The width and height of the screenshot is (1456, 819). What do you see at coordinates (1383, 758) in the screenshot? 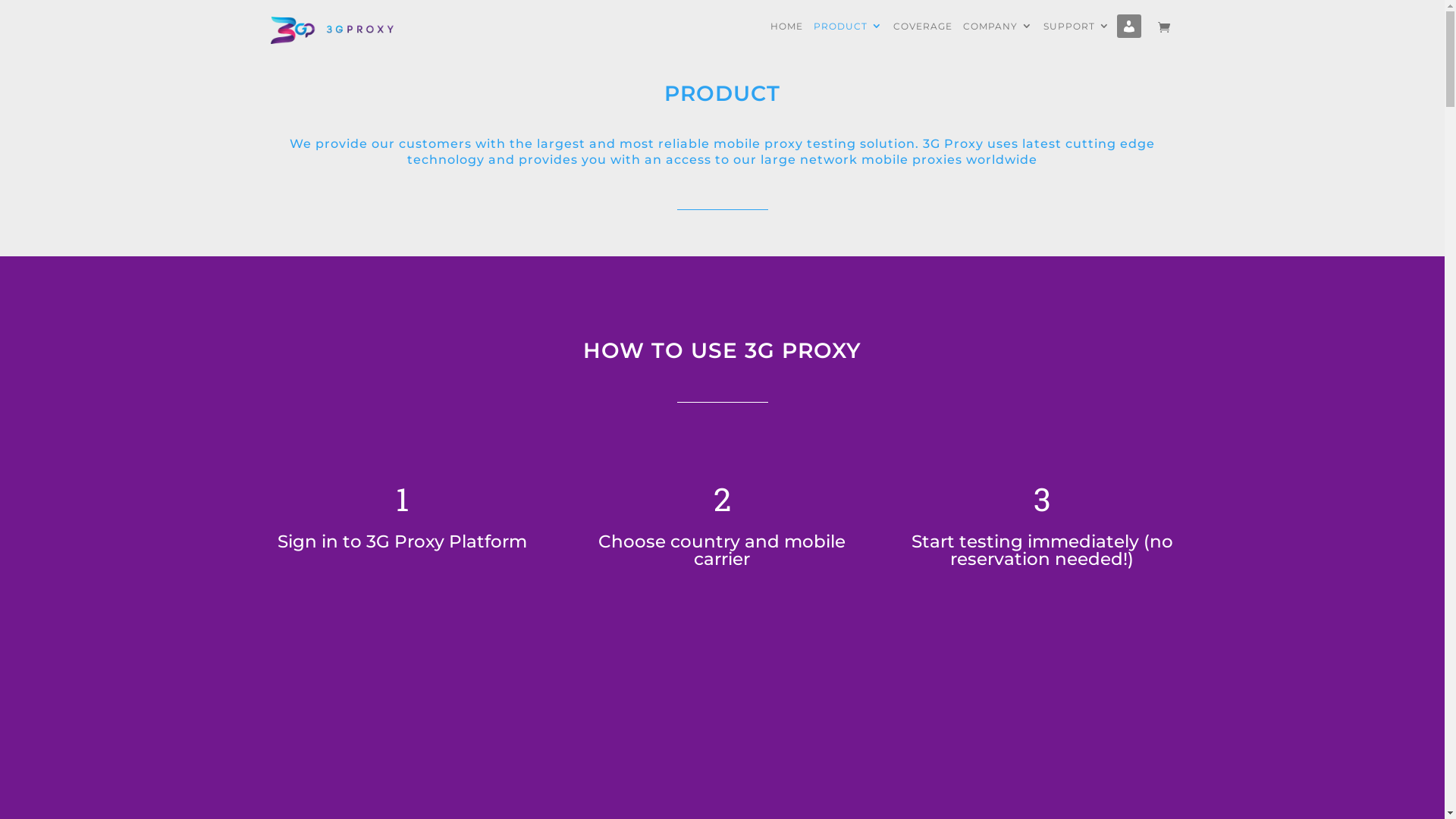
I see `'Chatbot'` at bounding box center [1383, 758].